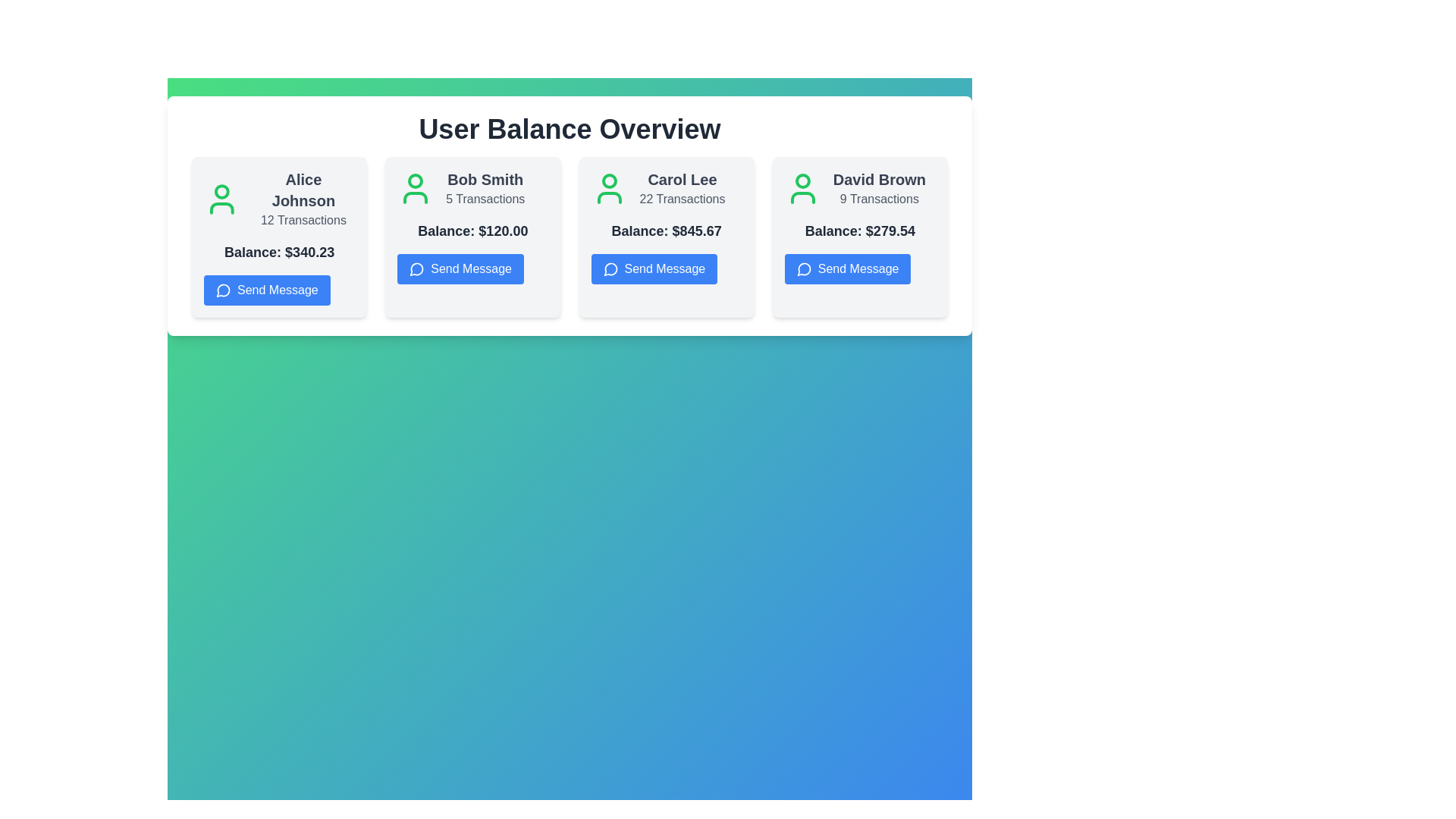 The width and height of the screenshot is (1456, 819). I want to click on the third card component in the grid layout, so click(667, 237).